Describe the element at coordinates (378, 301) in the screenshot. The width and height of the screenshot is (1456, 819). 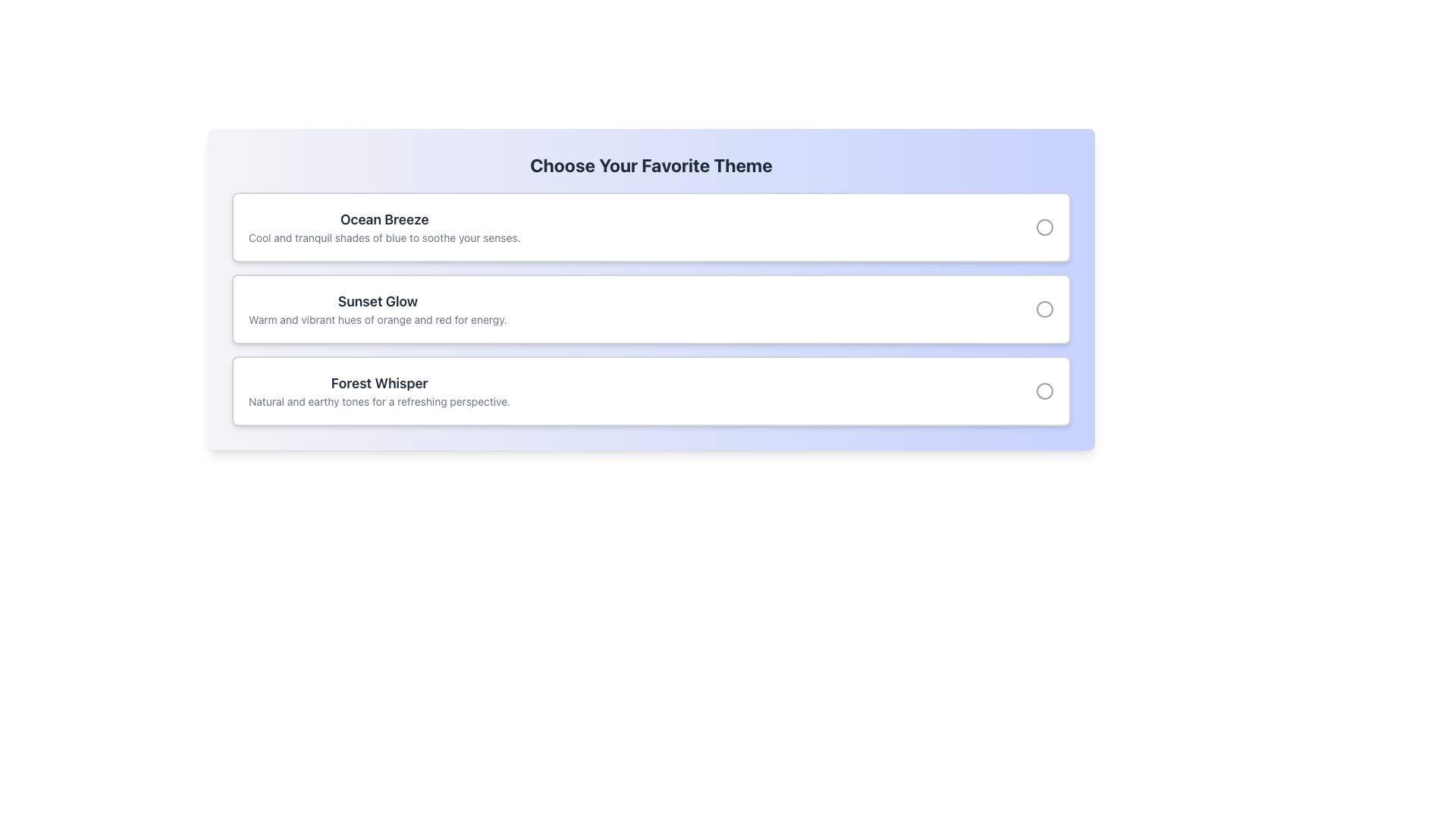
I see `the 'Sunset Glow' text label, which serves as the title for this theme option in the selection list` at that location.